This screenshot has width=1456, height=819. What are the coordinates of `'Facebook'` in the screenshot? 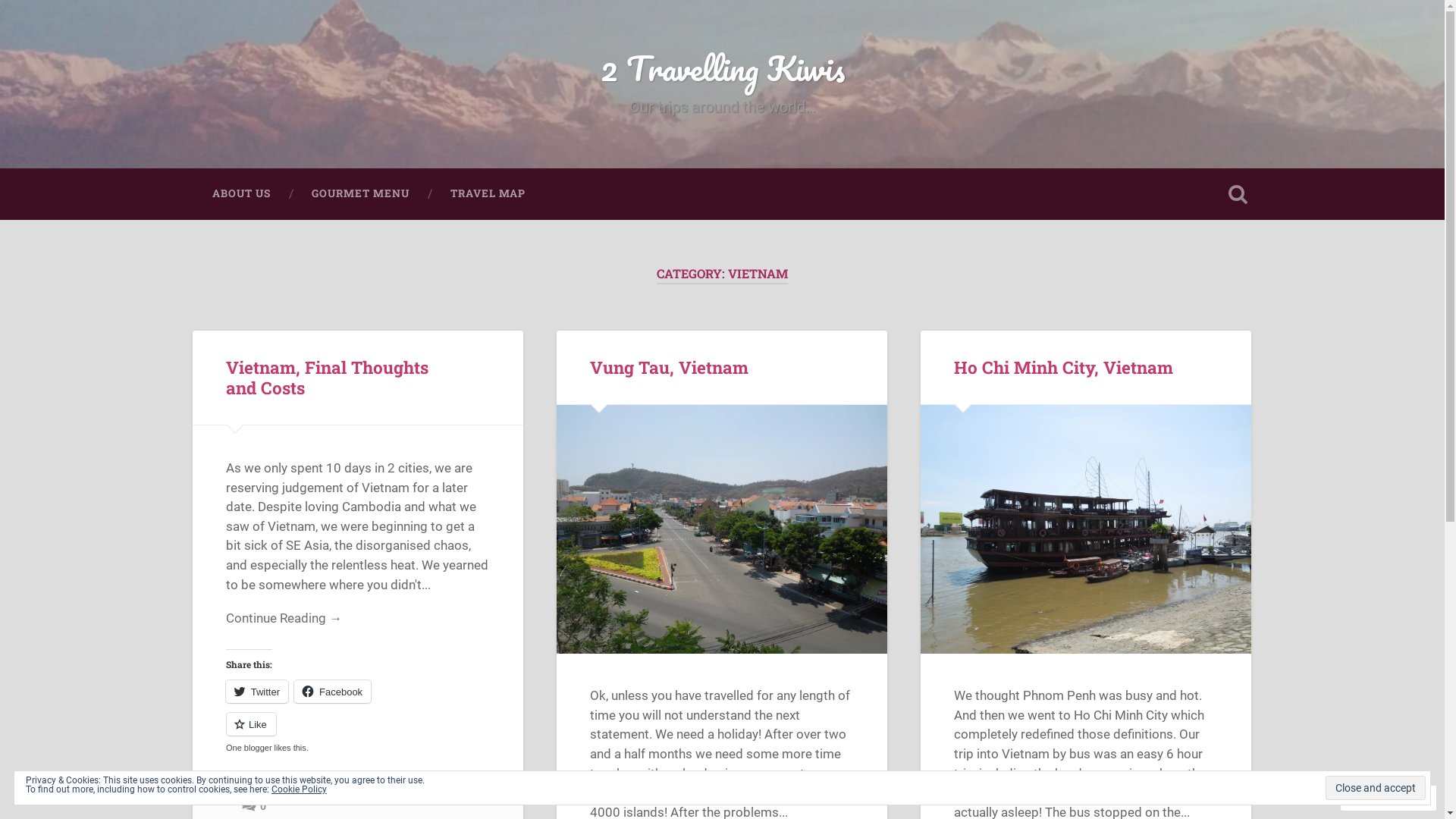 It's located at (331, 691).